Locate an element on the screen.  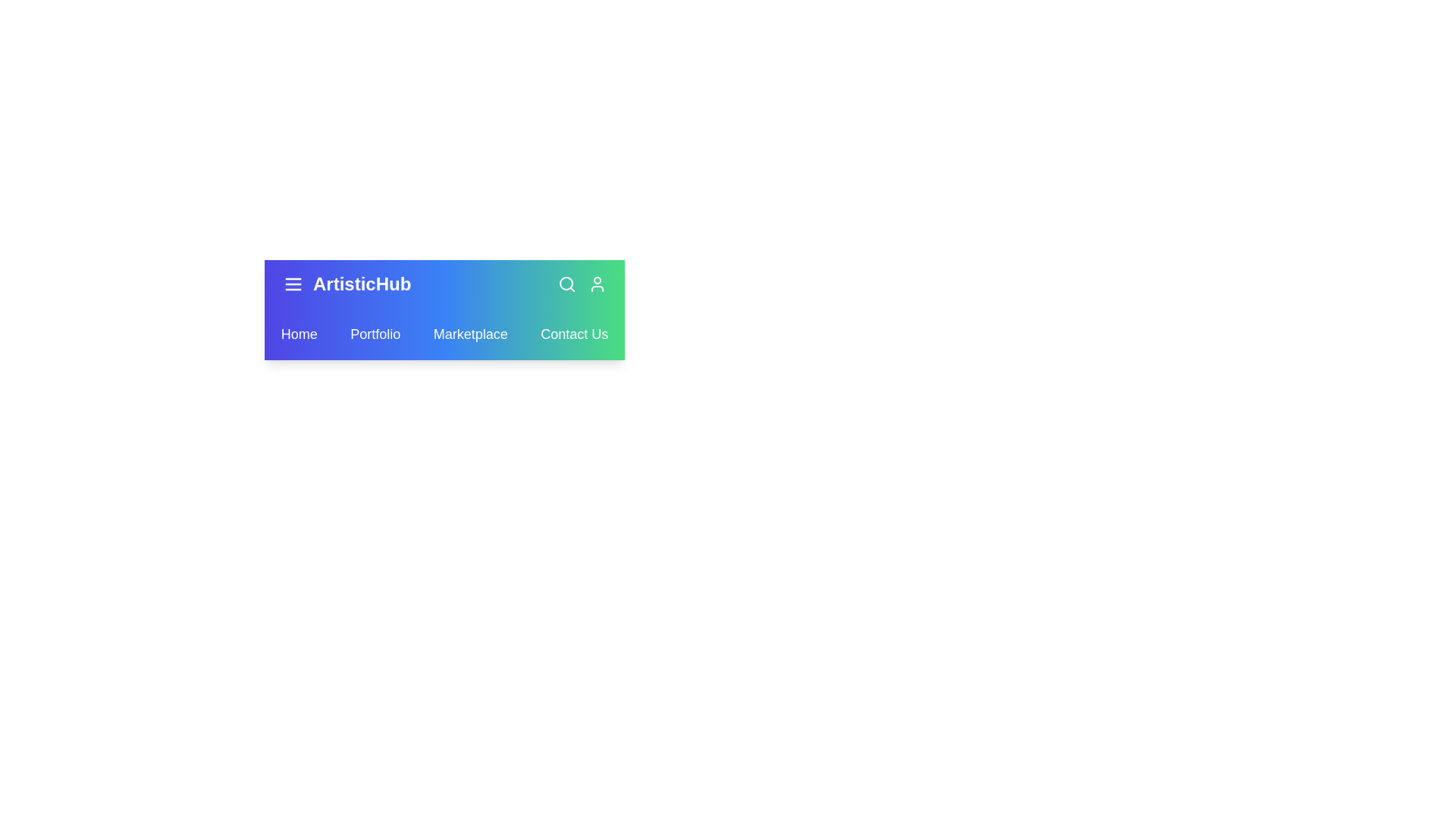
the menu icon to toggle the menu visibility is located at coordinates (293, 284).